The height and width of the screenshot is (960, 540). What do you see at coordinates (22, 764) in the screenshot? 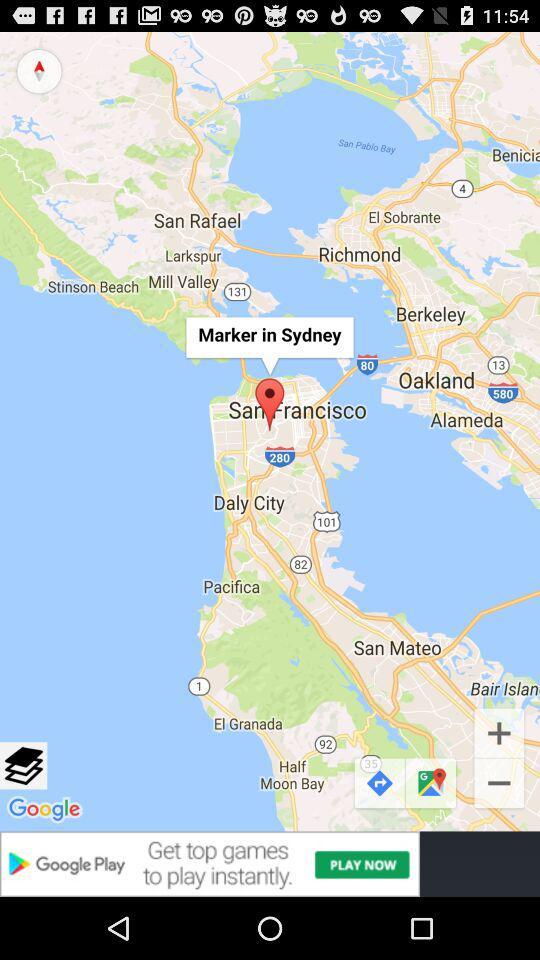
I see `view` at bounding box center [22, 764].